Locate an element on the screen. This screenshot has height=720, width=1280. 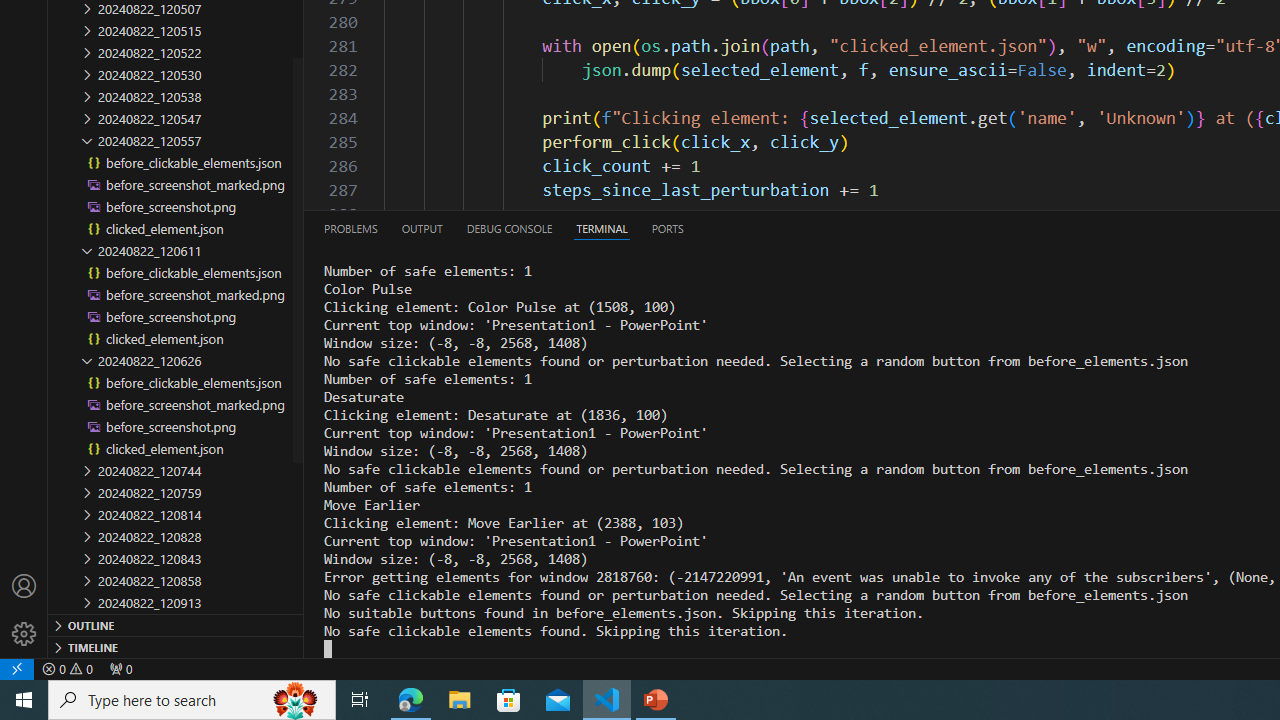
'Debug Console (Ctrl+Shift+Y)' is located at coordinates (509, 227).